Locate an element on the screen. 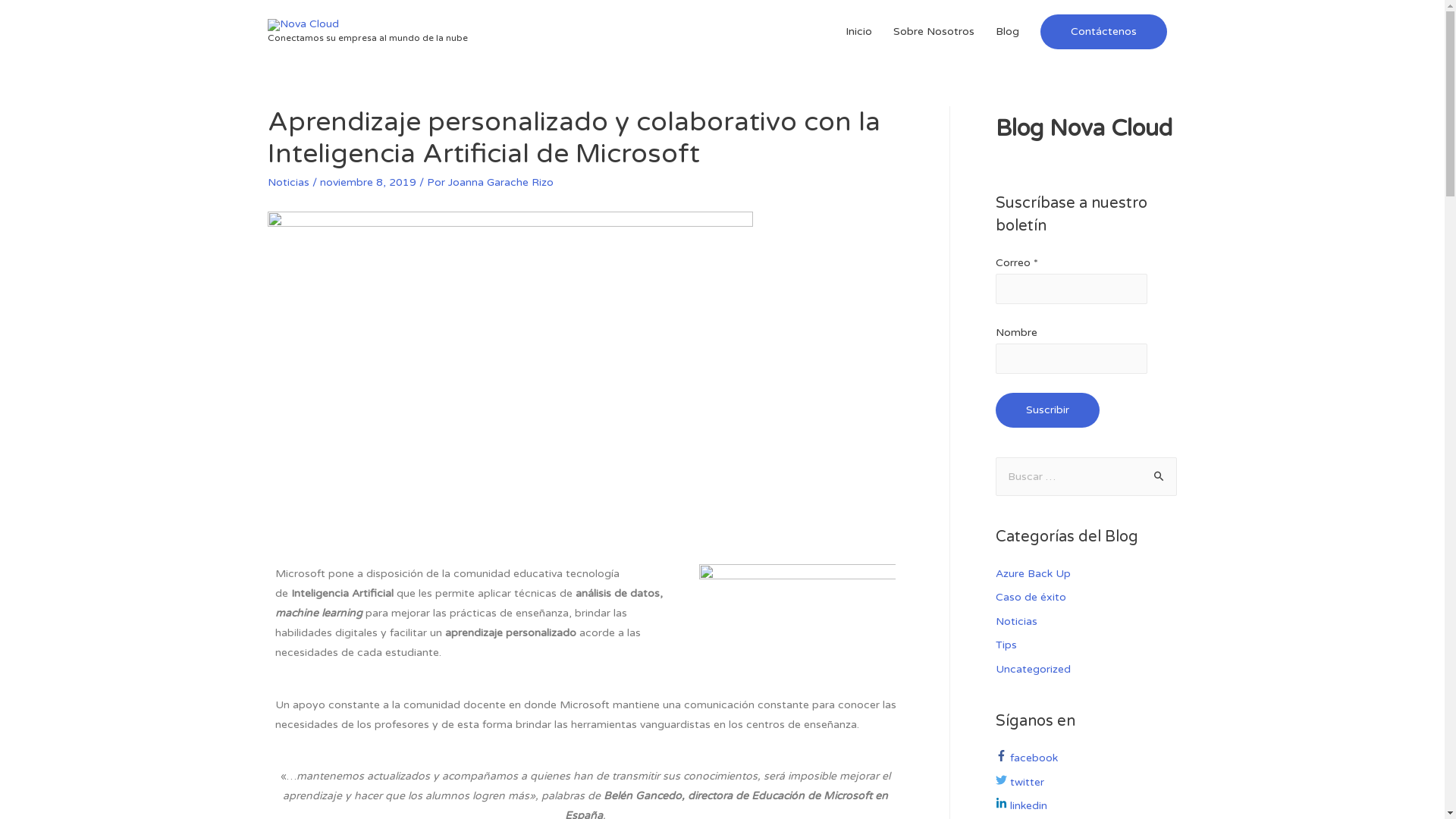 This screenshot has height=819, width=1456. 'Sobre Nosotros' is located at coordinates (933, 32).